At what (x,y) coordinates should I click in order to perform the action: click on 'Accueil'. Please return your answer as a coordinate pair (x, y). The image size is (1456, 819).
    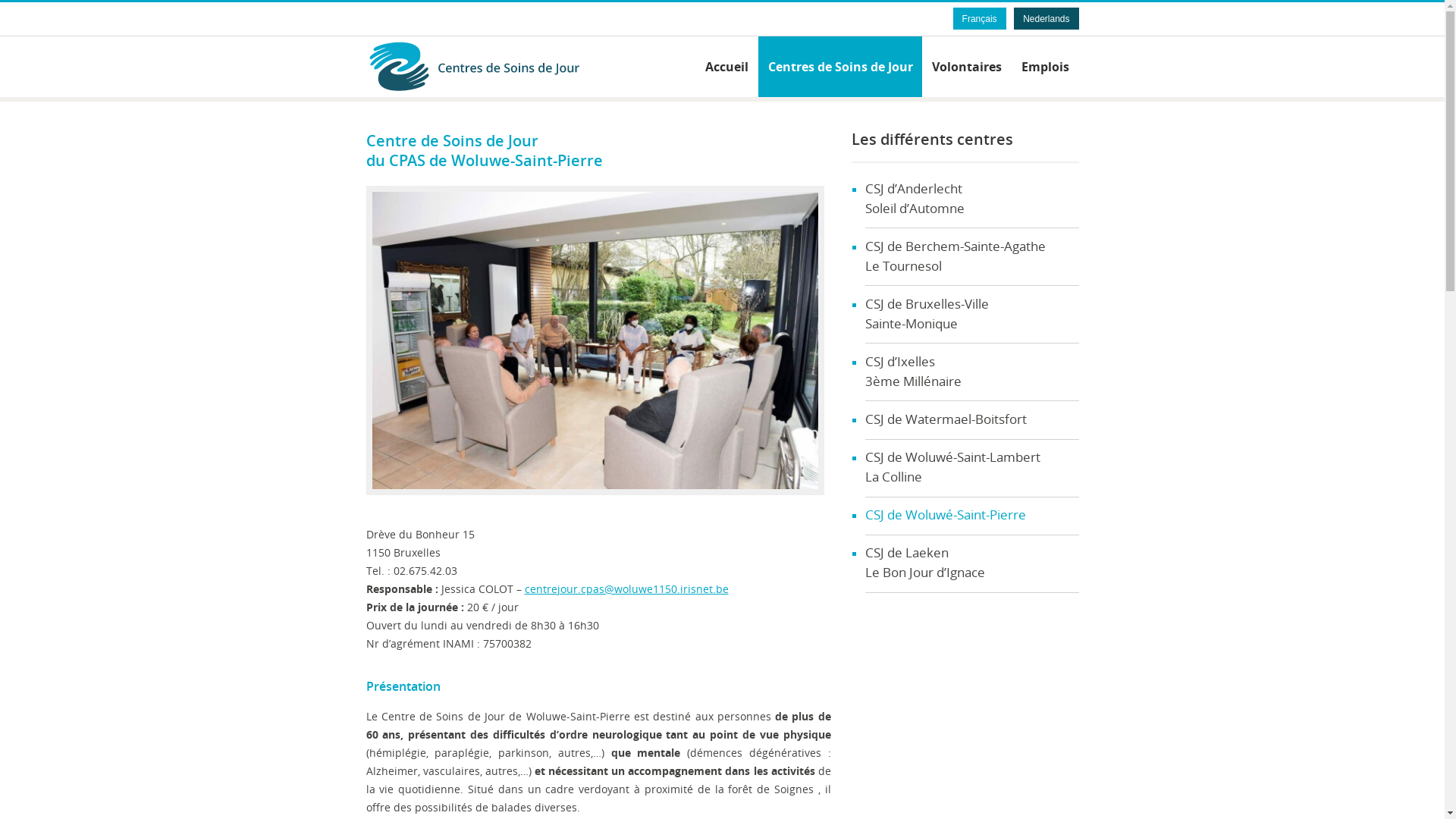
    Looking at the image, I should click on (726, 66).